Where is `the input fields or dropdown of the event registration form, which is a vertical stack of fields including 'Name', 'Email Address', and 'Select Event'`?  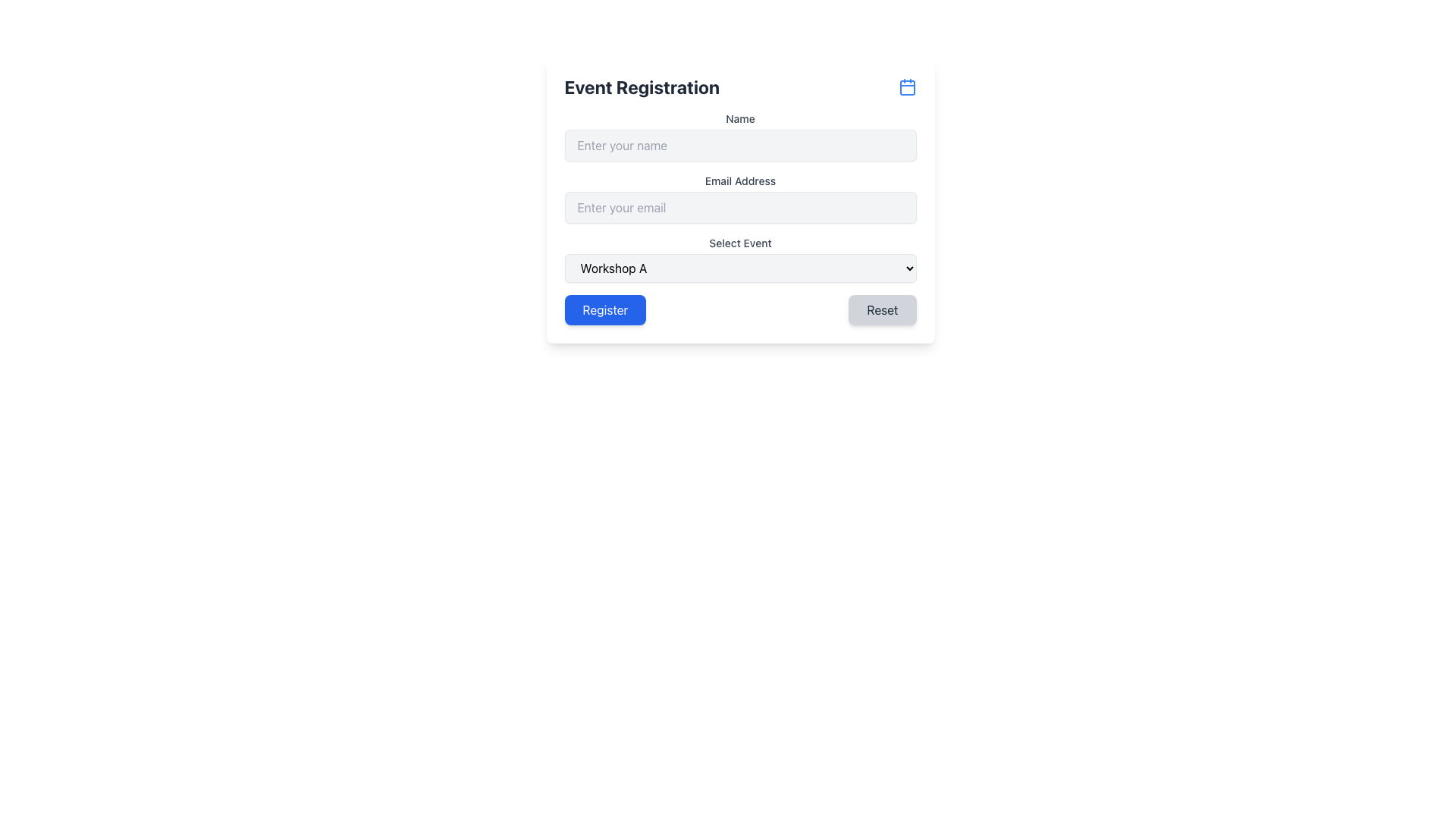
the input fields or dropdown of the event registration form, which is a vertical stack of fields including 'Name', 'Email Address', and 'Select Event' is located at coordinates (740, 218).